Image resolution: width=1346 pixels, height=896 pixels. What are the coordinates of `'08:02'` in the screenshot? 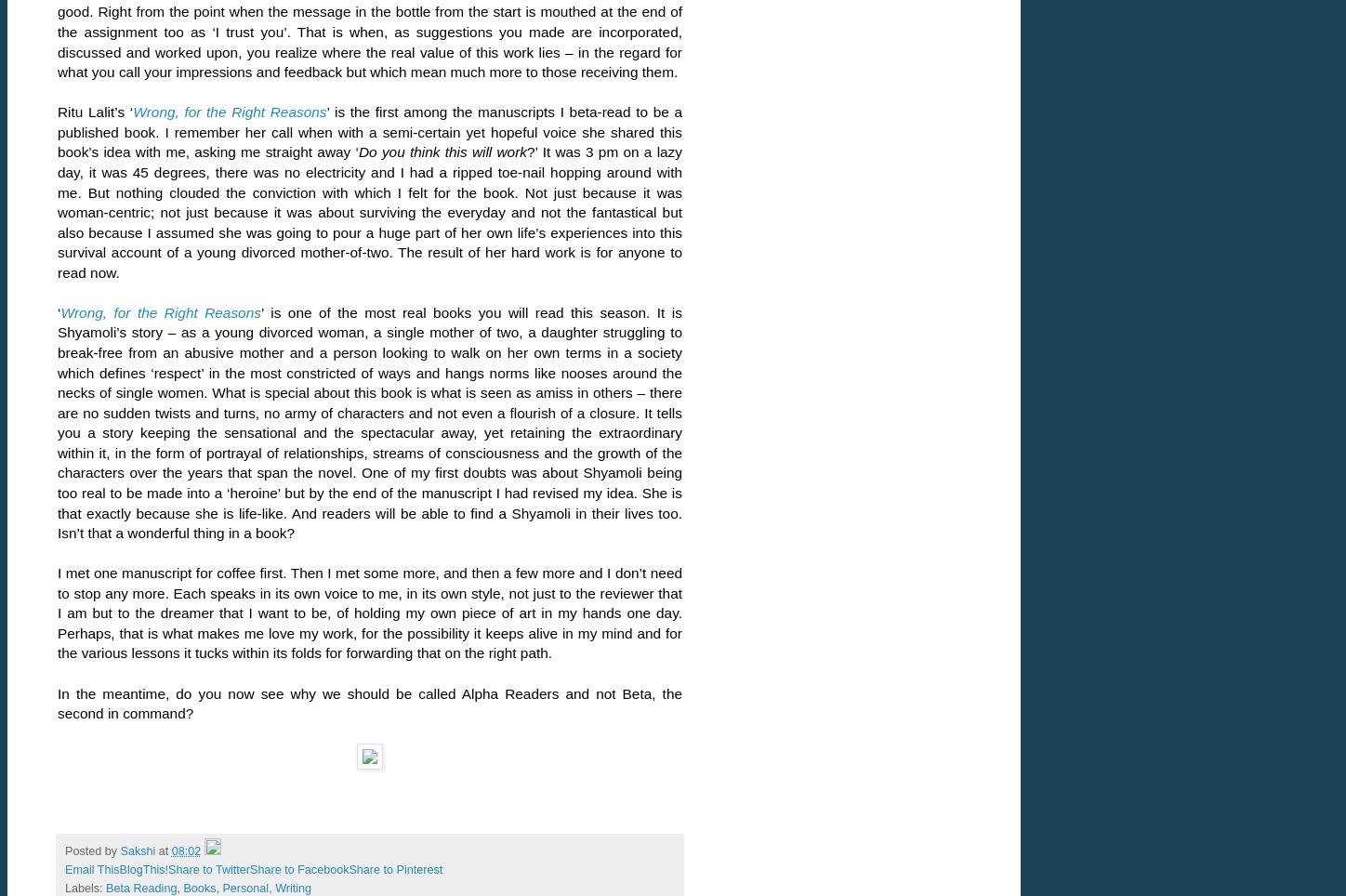 It's located at (185, 850).